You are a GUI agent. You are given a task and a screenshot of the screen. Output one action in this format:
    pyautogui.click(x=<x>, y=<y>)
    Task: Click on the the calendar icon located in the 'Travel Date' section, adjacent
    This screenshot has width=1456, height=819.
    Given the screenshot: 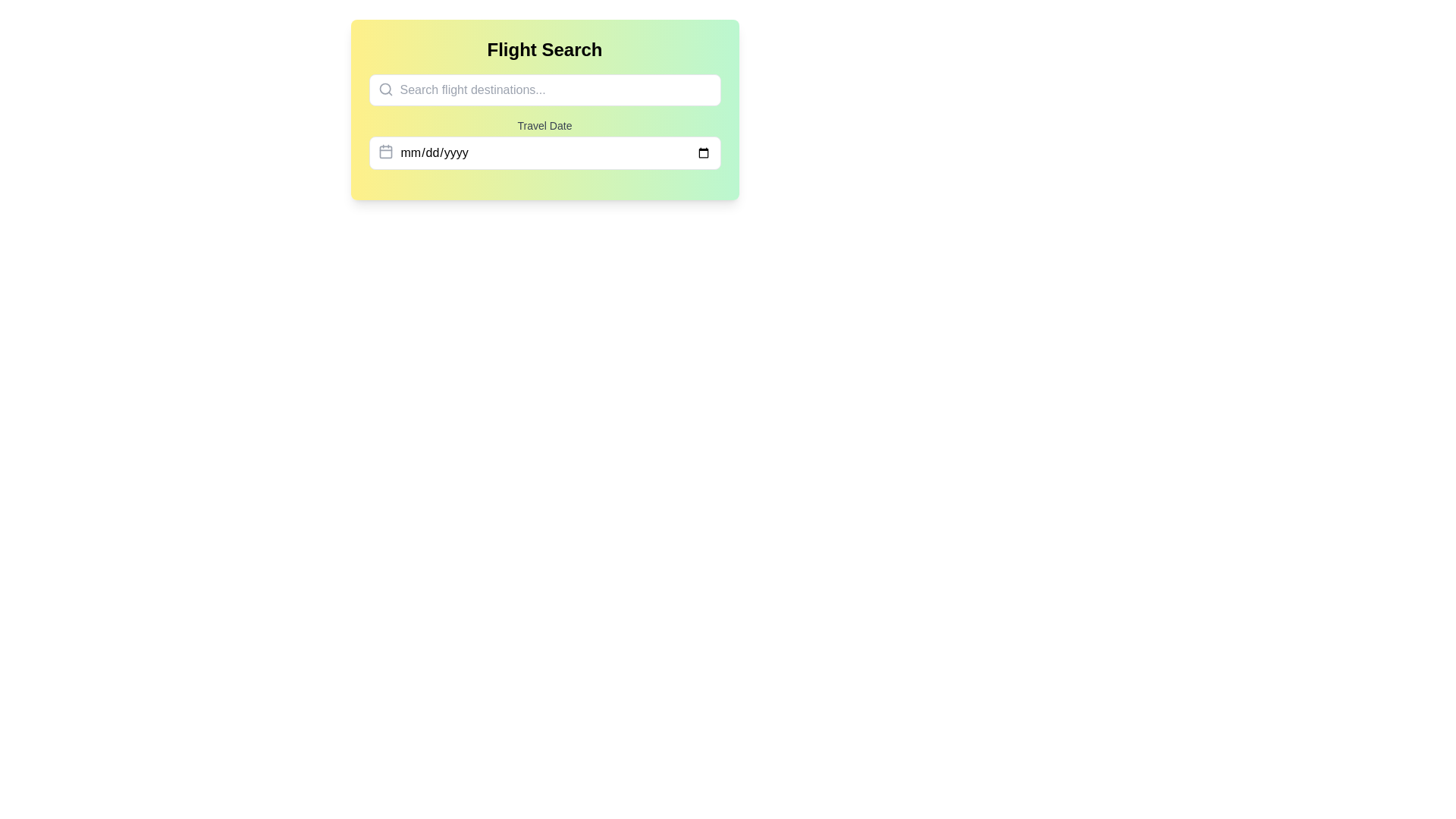 What is the action you would take?
    pyautogui.click(x=385, y=152)
    